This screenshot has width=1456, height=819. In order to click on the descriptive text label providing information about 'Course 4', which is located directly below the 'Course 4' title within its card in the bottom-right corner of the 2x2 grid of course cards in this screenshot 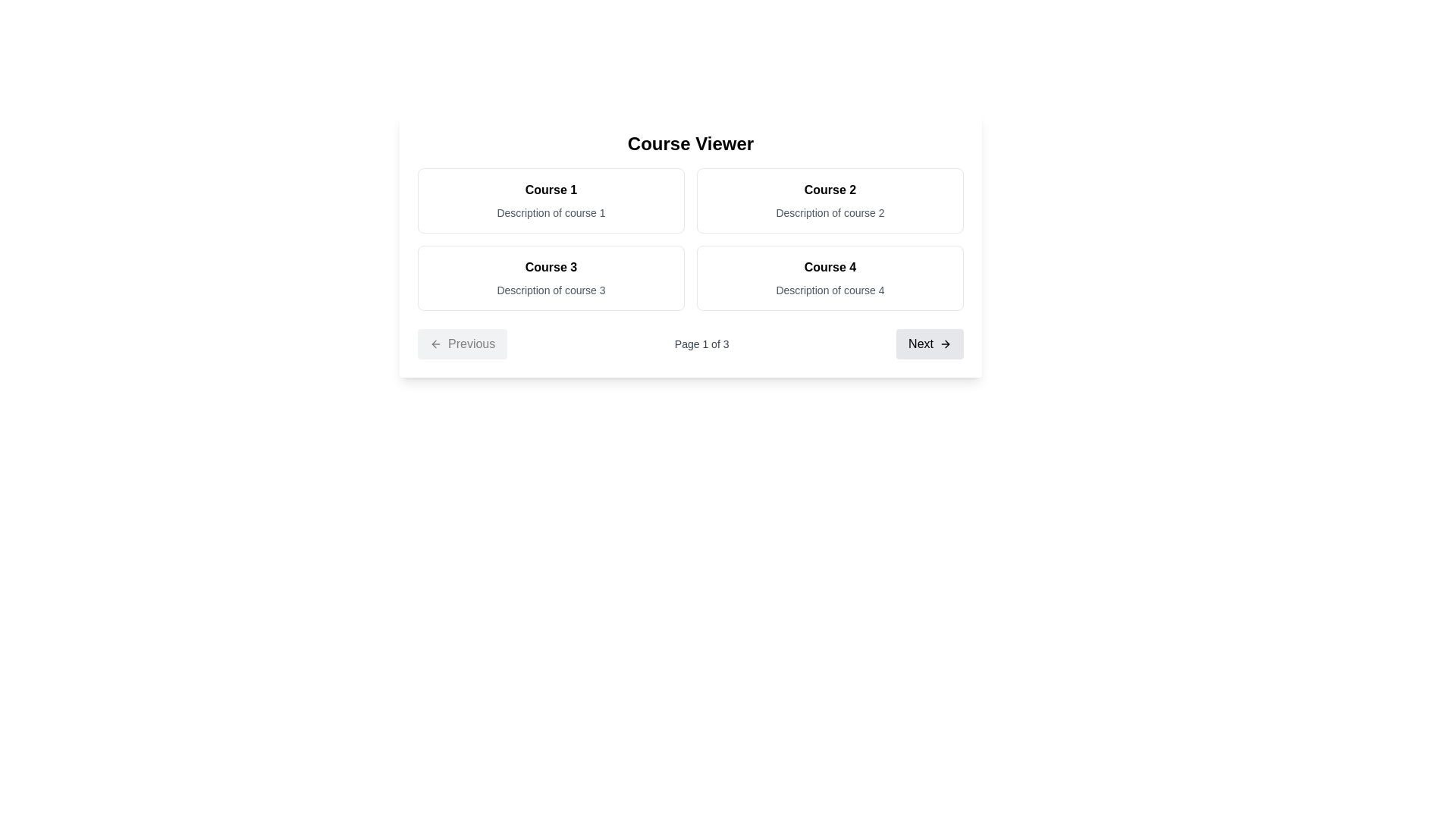, I will do `click(829, 290)`.